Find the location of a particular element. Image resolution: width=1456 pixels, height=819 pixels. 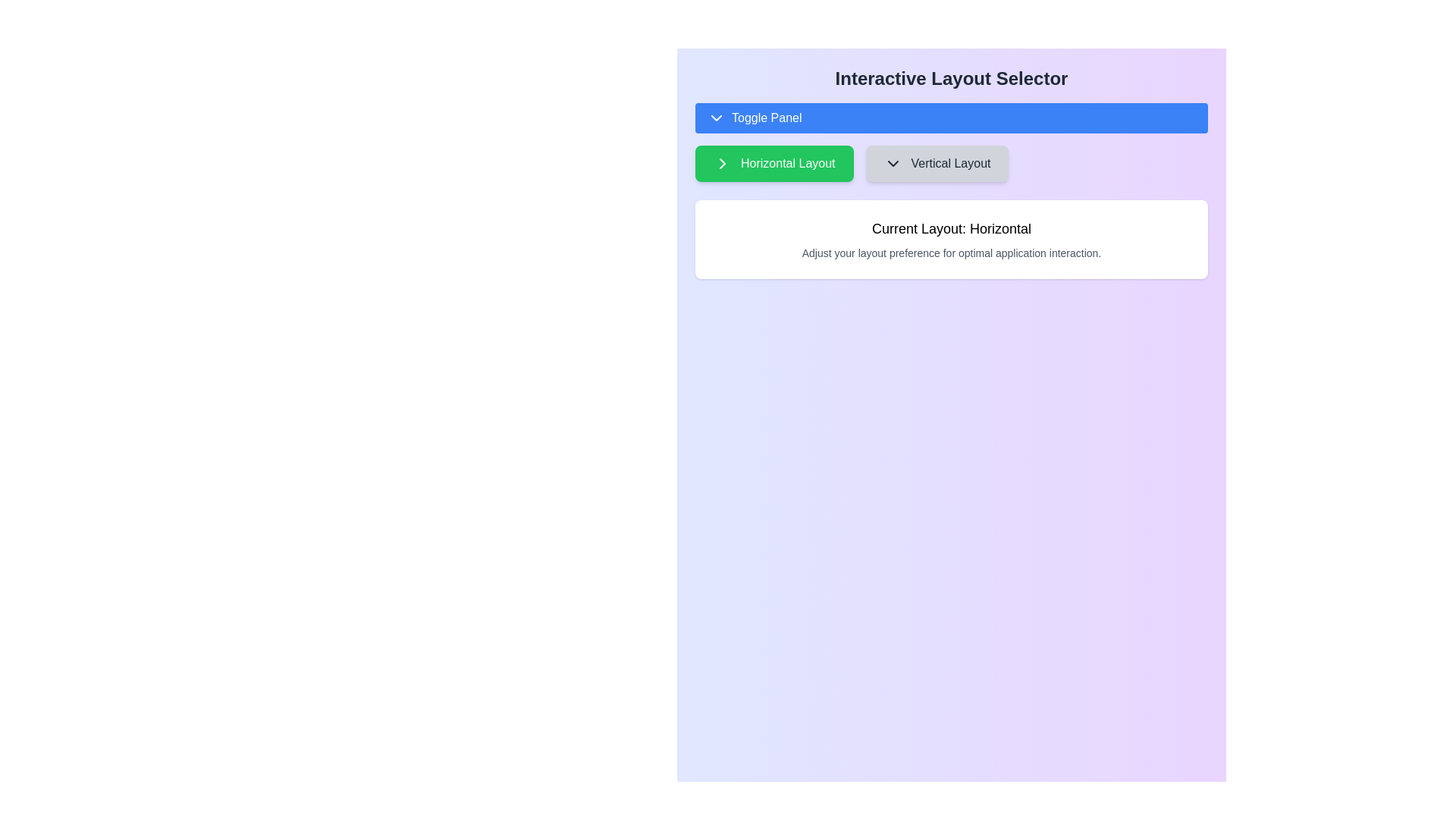

'Vertical Layout' button to switch the layout is located at coordinates (936, 164).